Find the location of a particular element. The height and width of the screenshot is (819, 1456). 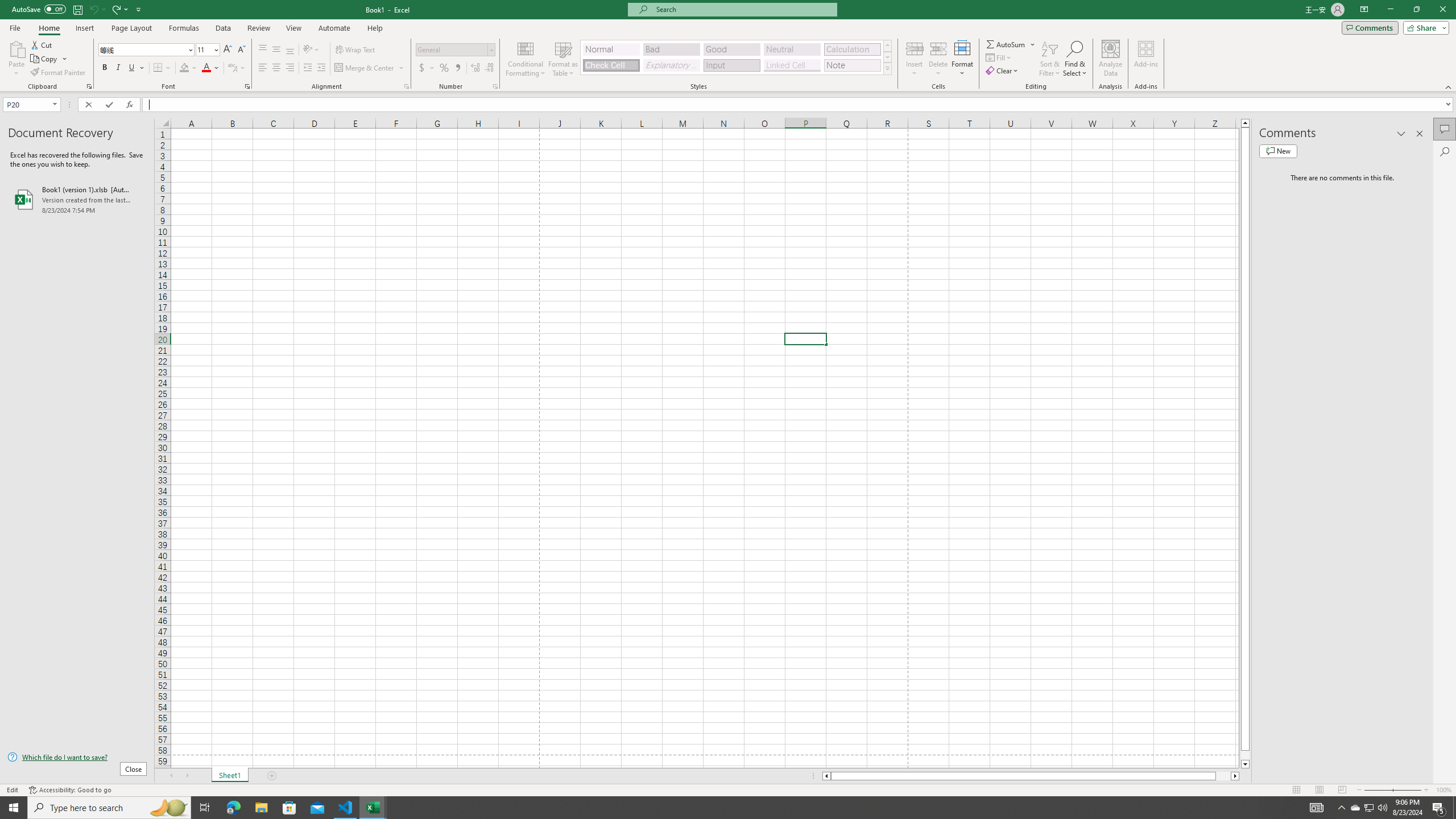

'New comment' is located at coordinates (1277, 150).